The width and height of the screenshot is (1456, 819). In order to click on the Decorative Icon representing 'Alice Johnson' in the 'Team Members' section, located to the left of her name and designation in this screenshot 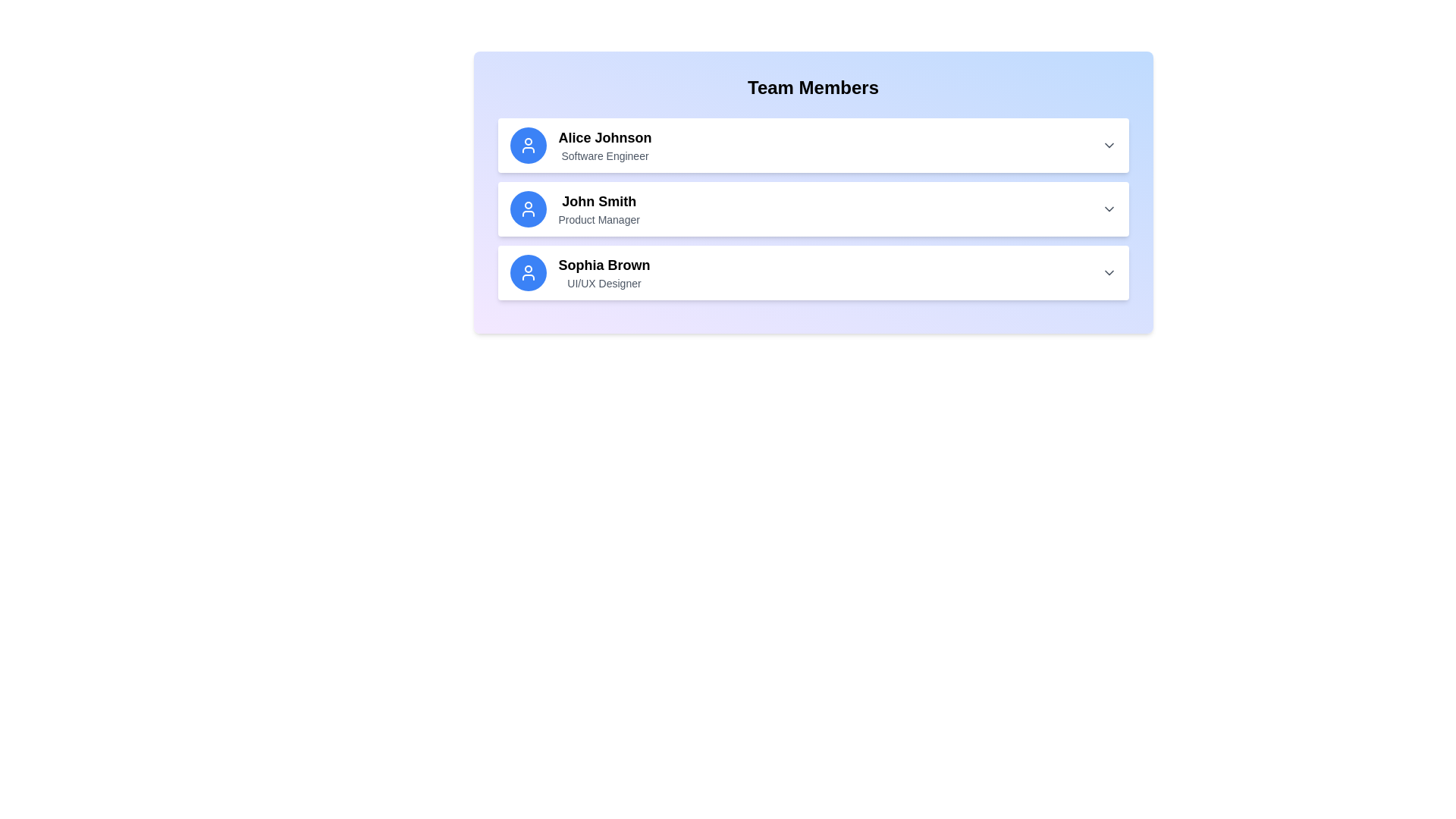, I will do `click(528, 146)`.